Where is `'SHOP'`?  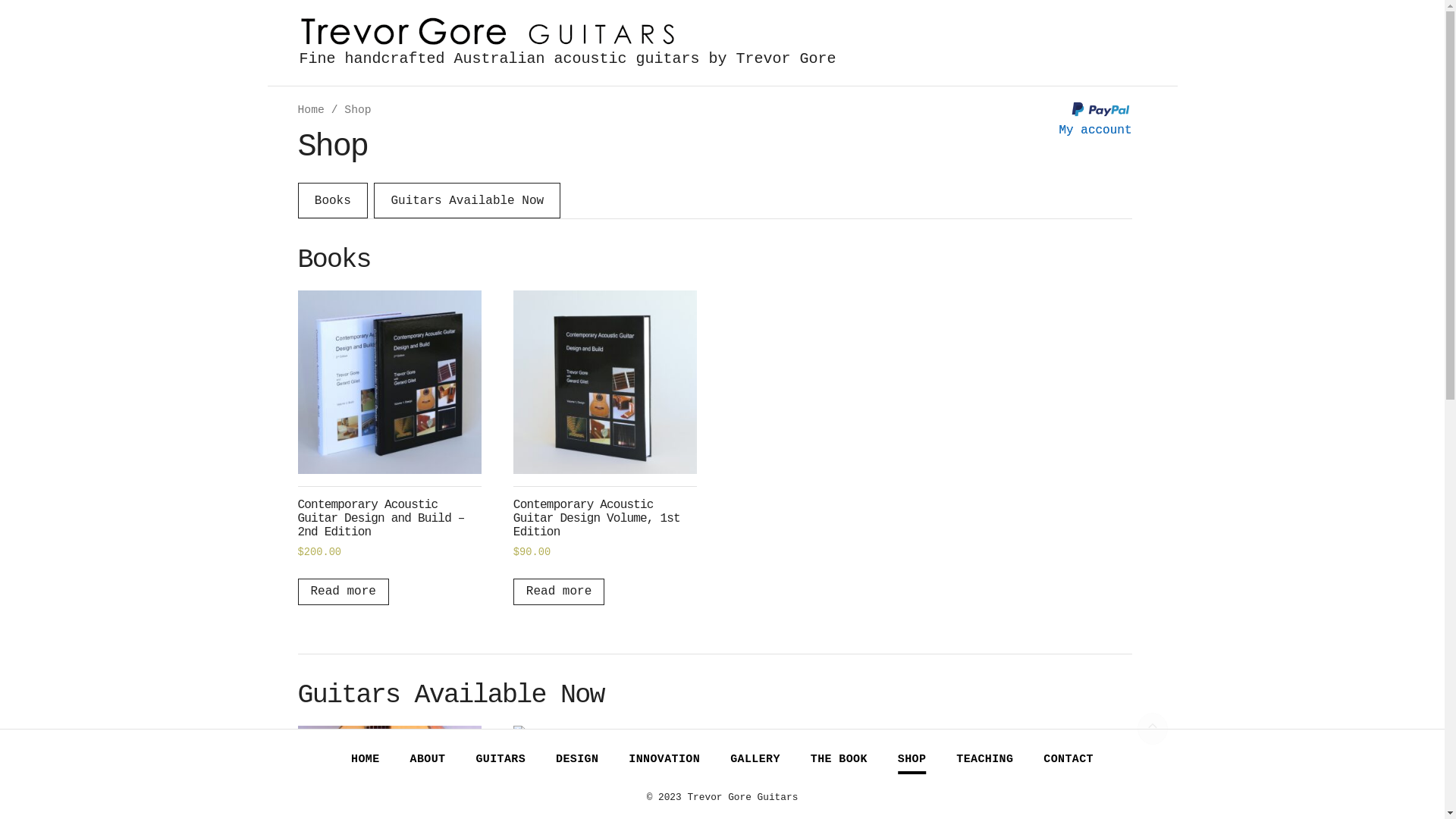
'SHOP' is located at coordinates (912, 760).